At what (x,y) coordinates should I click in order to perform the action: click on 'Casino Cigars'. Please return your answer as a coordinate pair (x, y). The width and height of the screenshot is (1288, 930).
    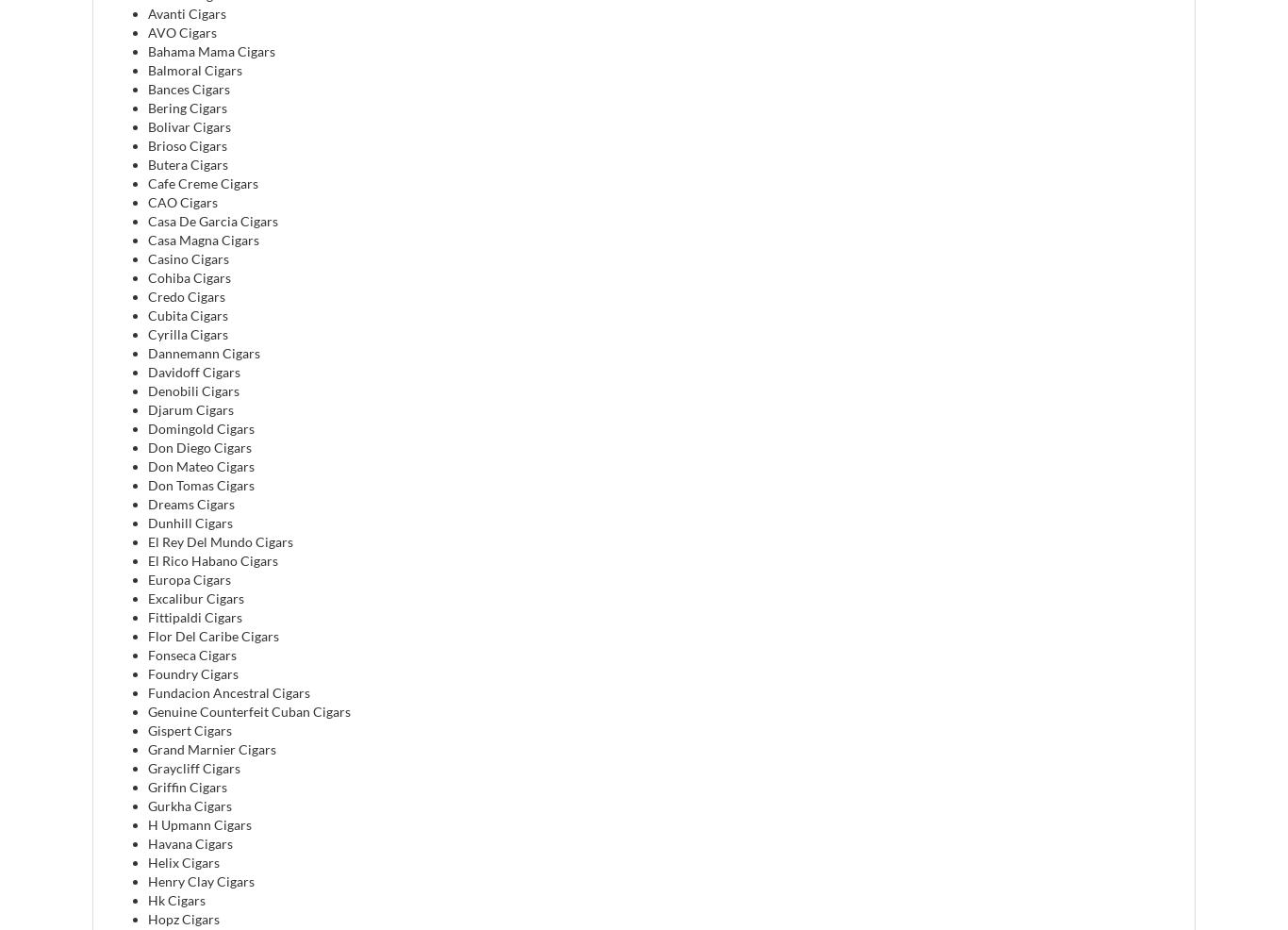
    Looking at the image, I should click on (187, 257).